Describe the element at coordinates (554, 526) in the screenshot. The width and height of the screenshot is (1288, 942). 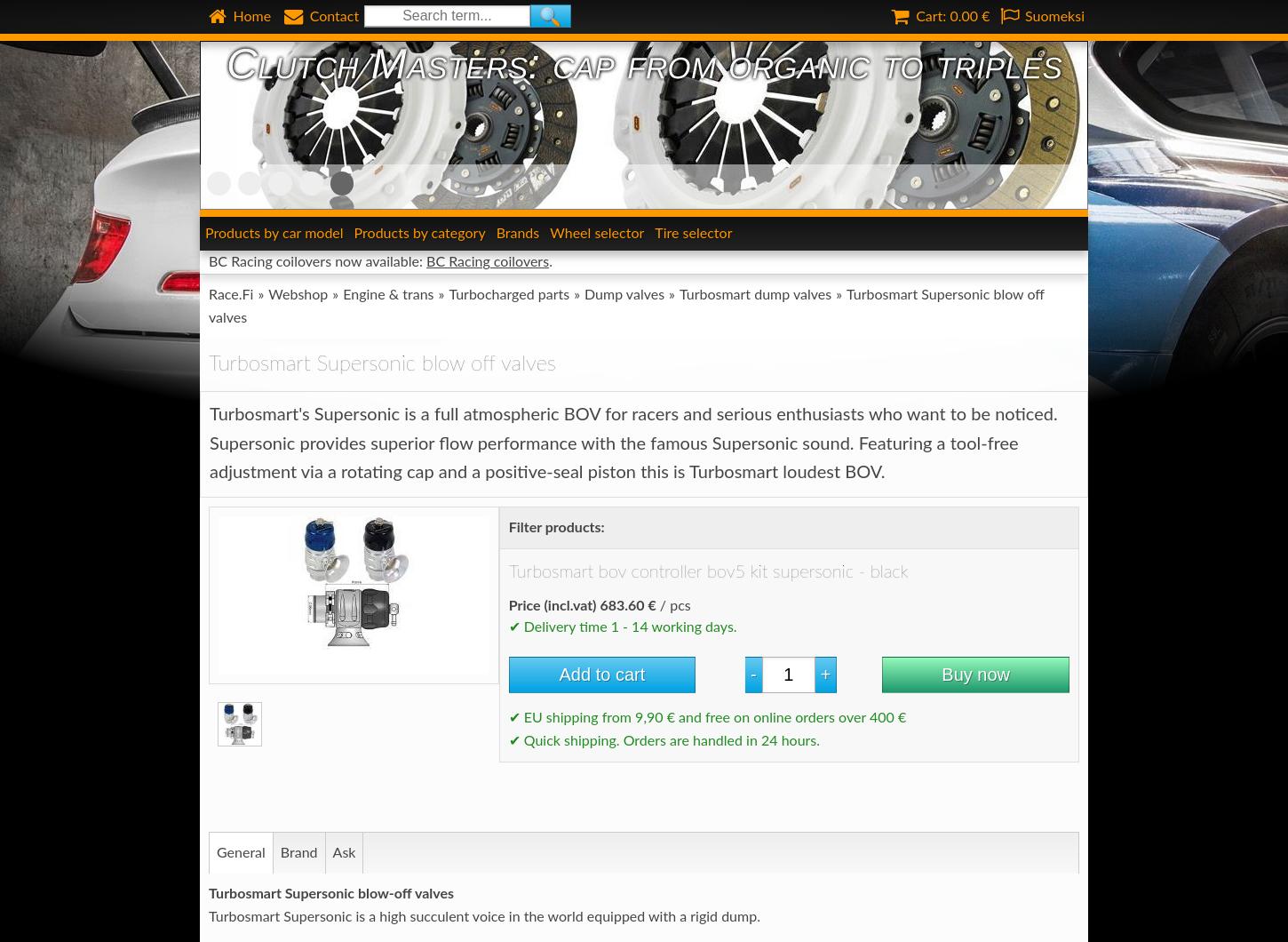
I see `'Filter products:'` at that location.